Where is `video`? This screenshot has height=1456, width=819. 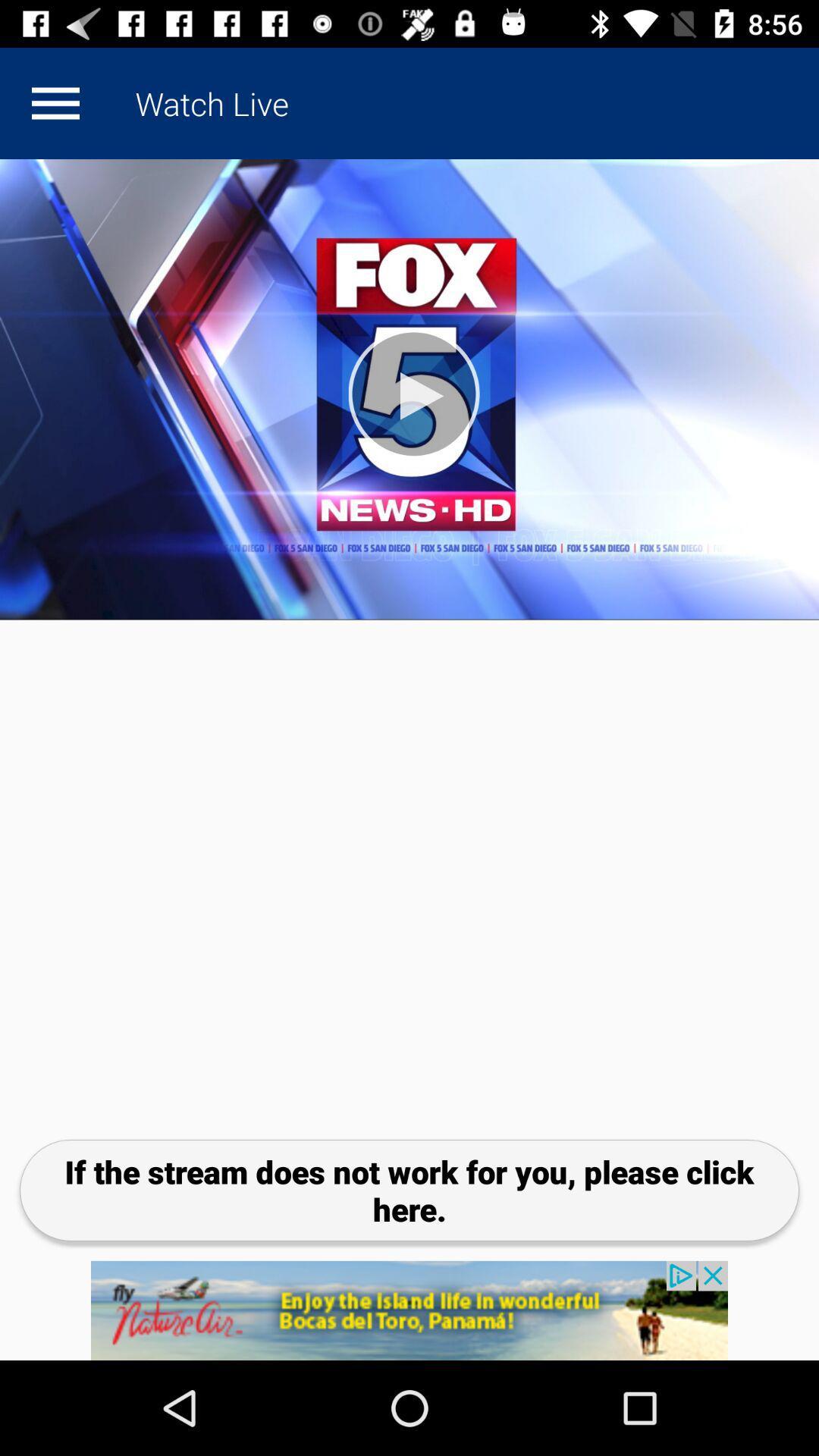 video is located at coordinates (409, 389).